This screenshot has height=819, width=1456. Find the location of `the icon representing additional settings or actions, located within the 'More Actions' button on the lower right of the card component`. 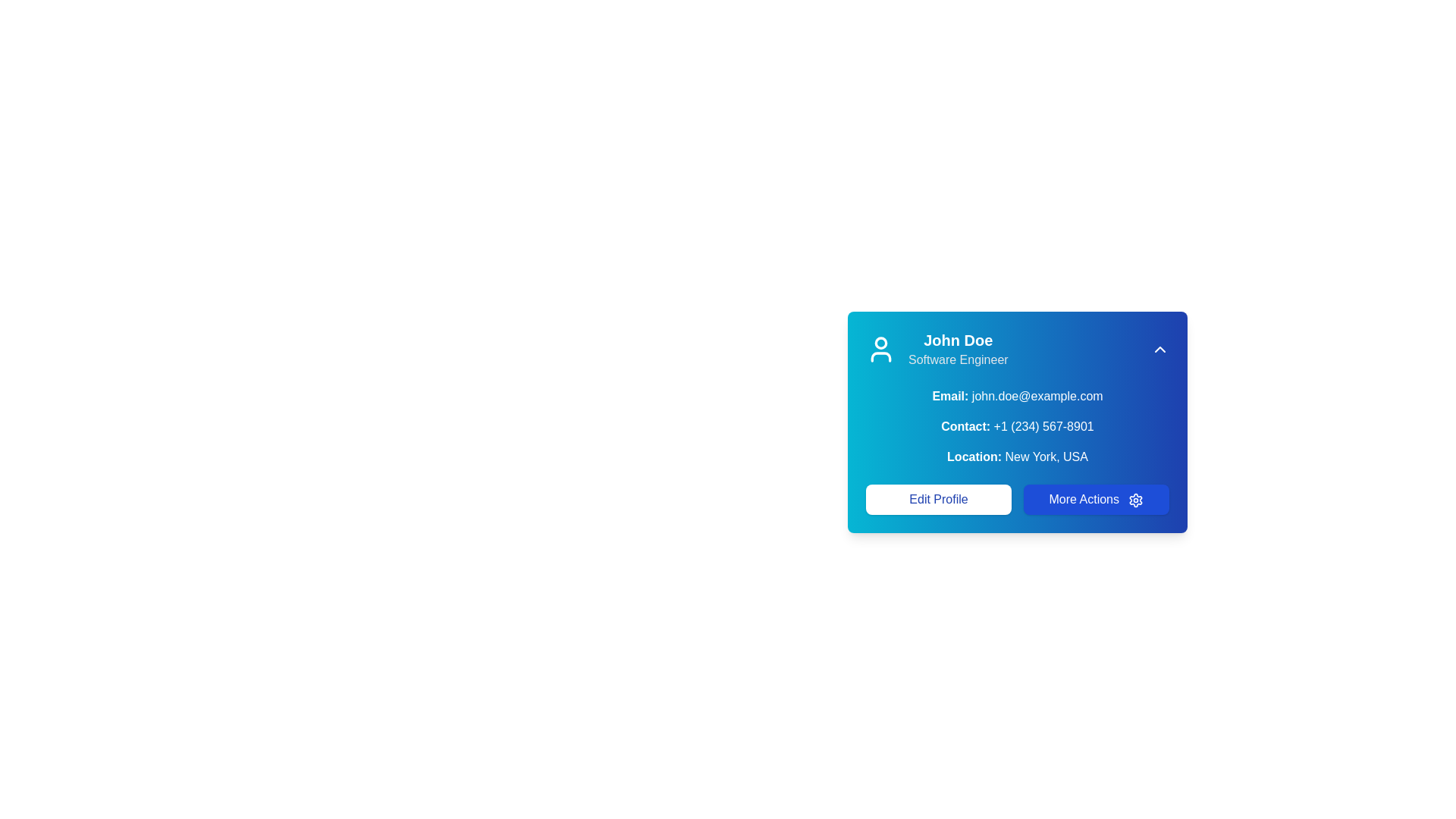

the icon representing additional settings or actions, located within the 'More Actions' button on the lower right of the card component is located at coordinates (1136, 500).